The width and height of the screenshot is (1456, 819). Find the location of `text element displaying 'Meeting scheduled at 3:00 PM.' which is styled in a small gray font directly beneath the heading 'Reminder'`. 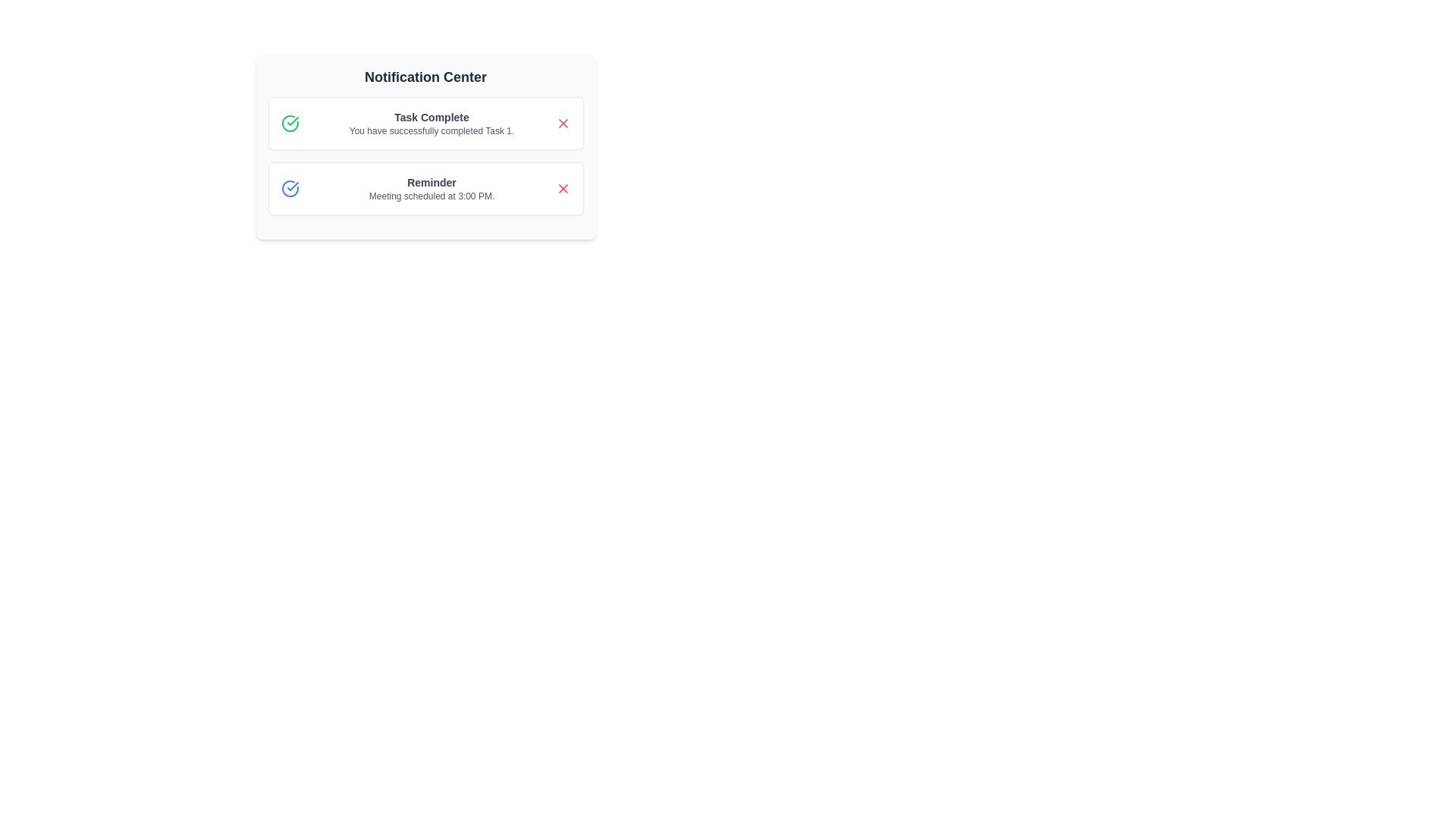

text element displaying 'Meeting scheduled at 3:00 PM.' which is styled in a small gray font directly beneath the heading 'Reminder' is located at coordinates (431, 195).